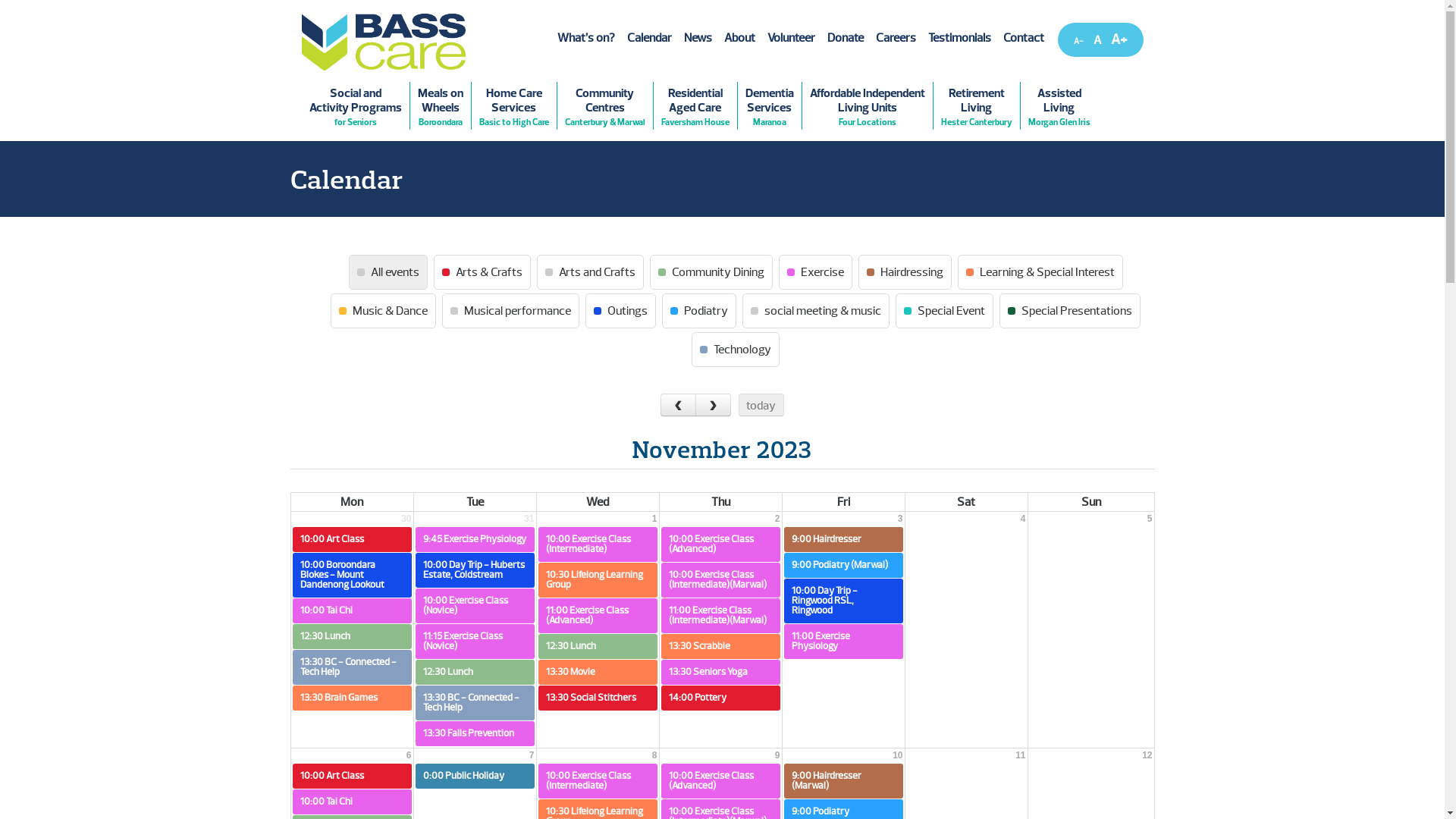 This screenshot has height=819, width=1456. I want to click on 'A', so click(1077, 40).